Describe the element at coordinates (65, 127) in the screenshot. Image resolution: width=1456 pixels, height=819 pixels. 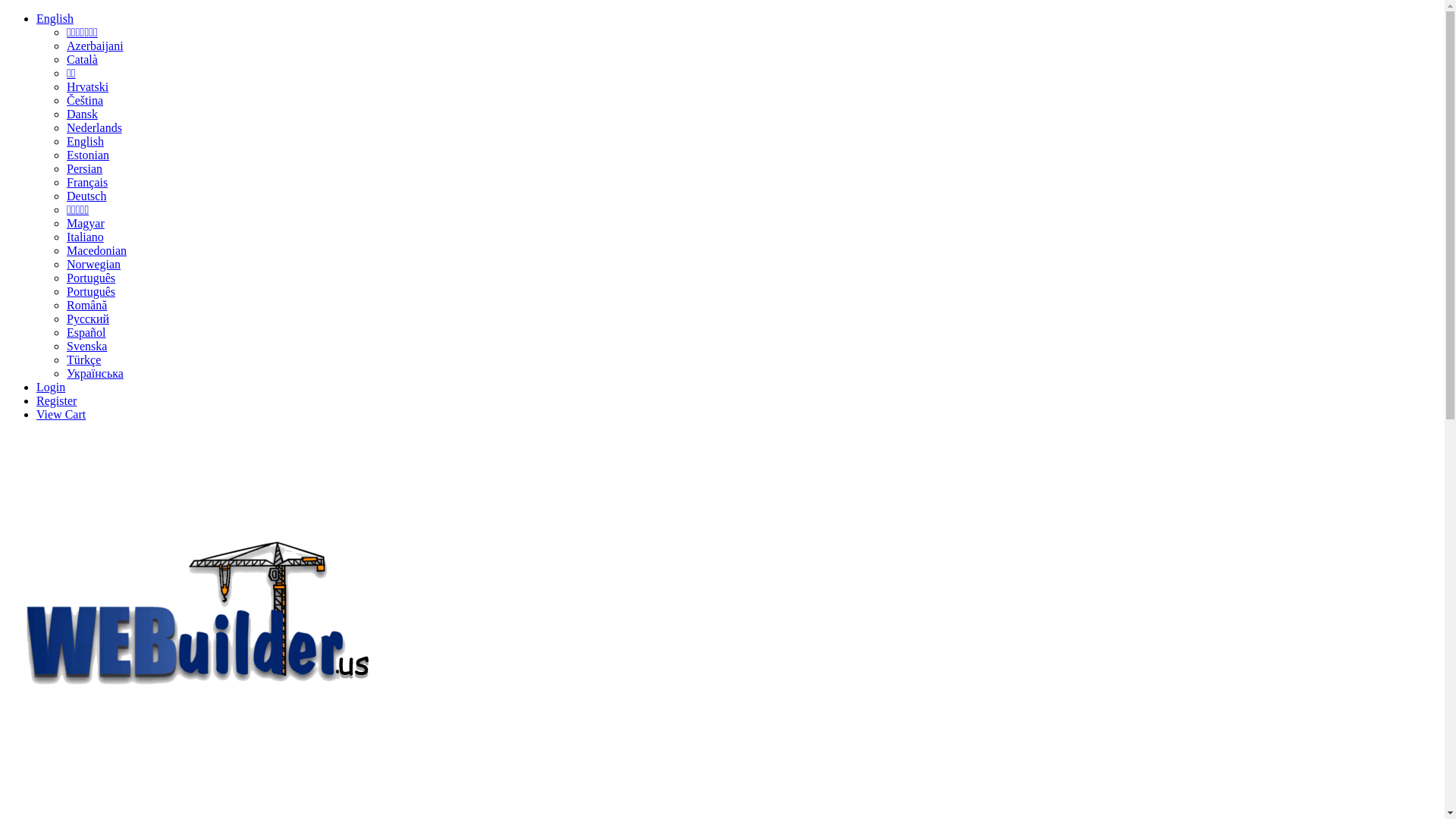
I see `'Nederlands'` at that location.